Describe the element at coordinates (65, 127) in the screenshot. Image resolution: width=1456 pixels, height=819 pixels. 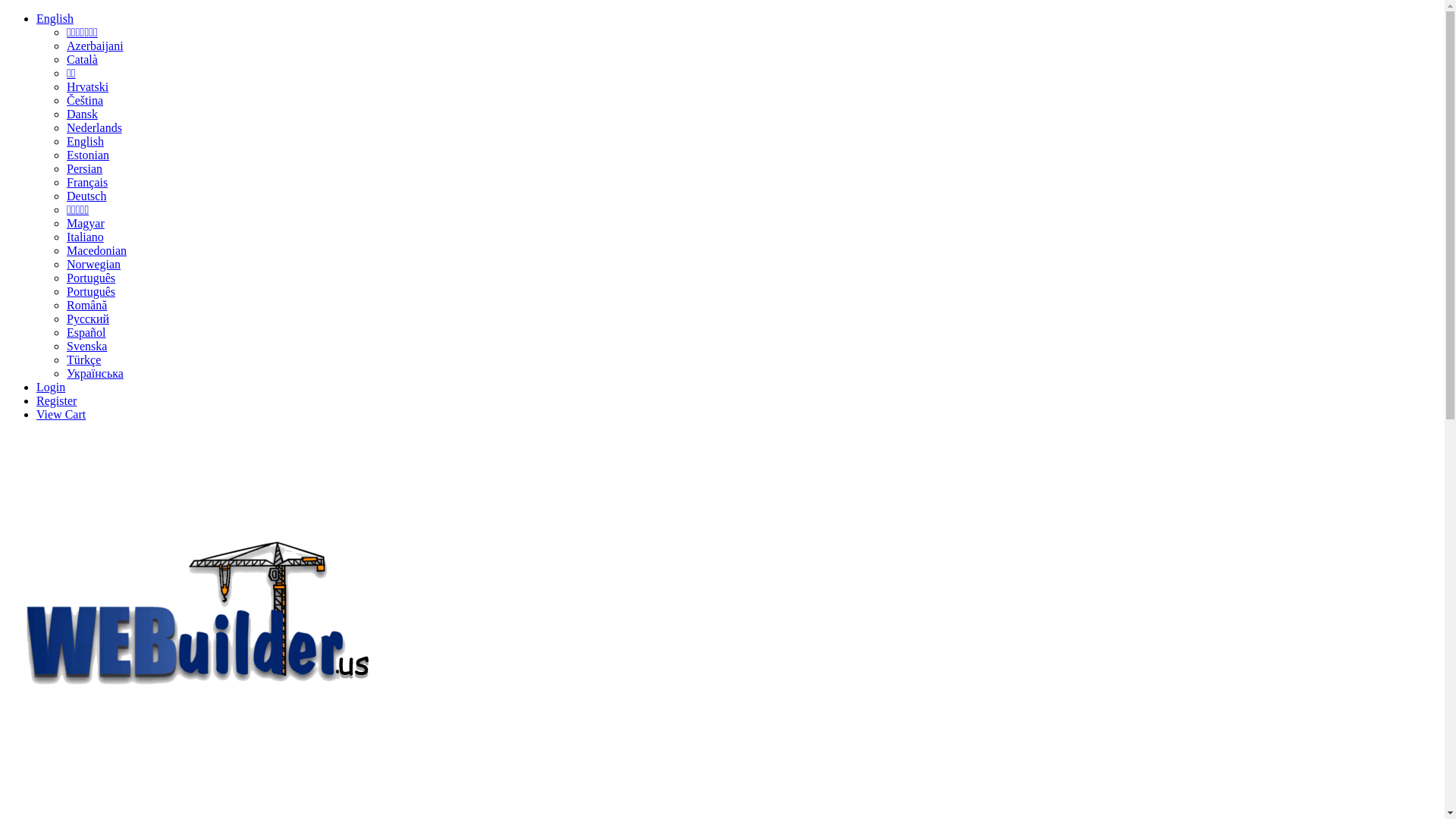
I see `'Nederlands'` at that location.